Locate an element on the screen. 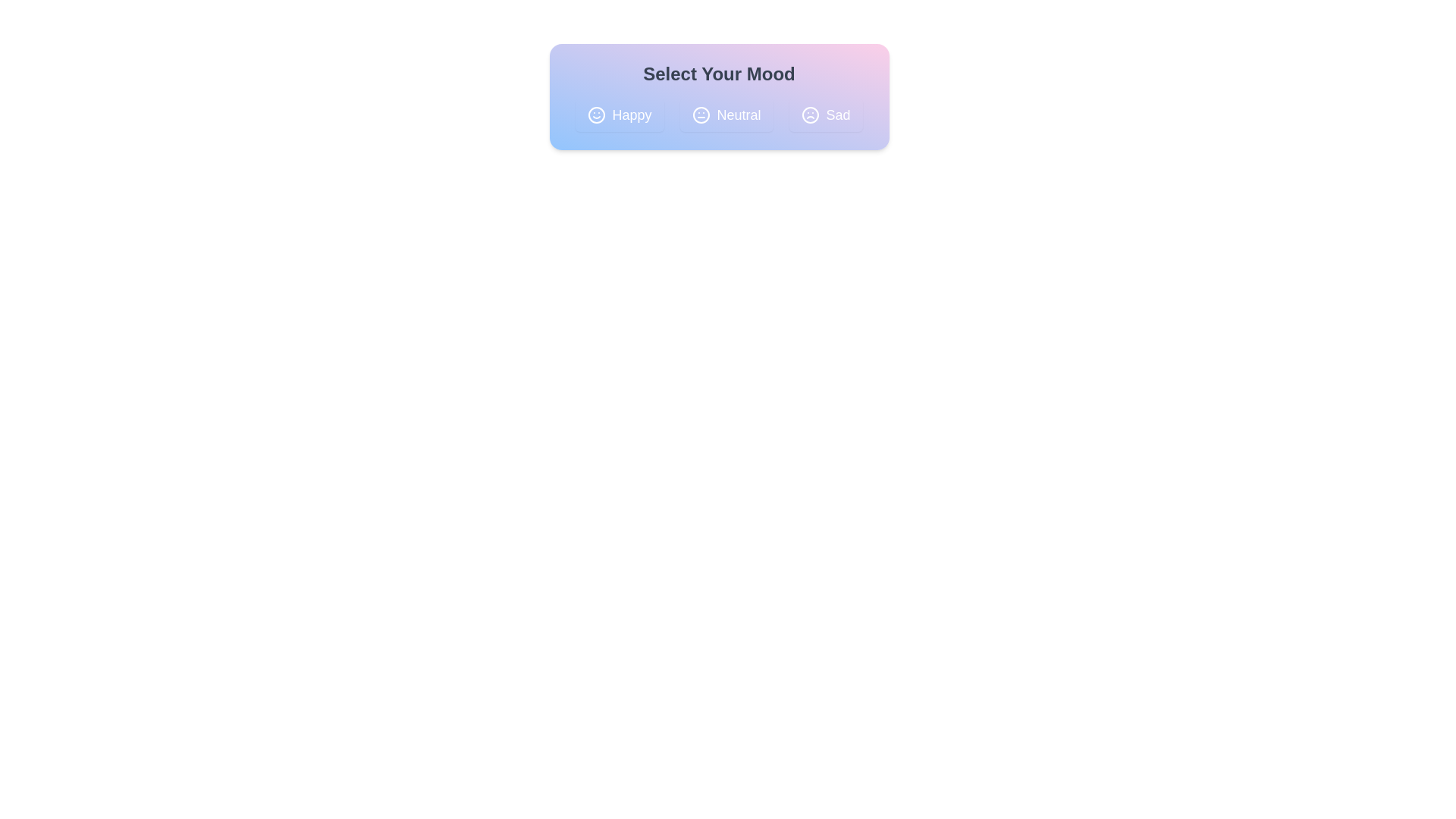  the Neutral chip to observe visual feedback is located at coordinates (726, 114).